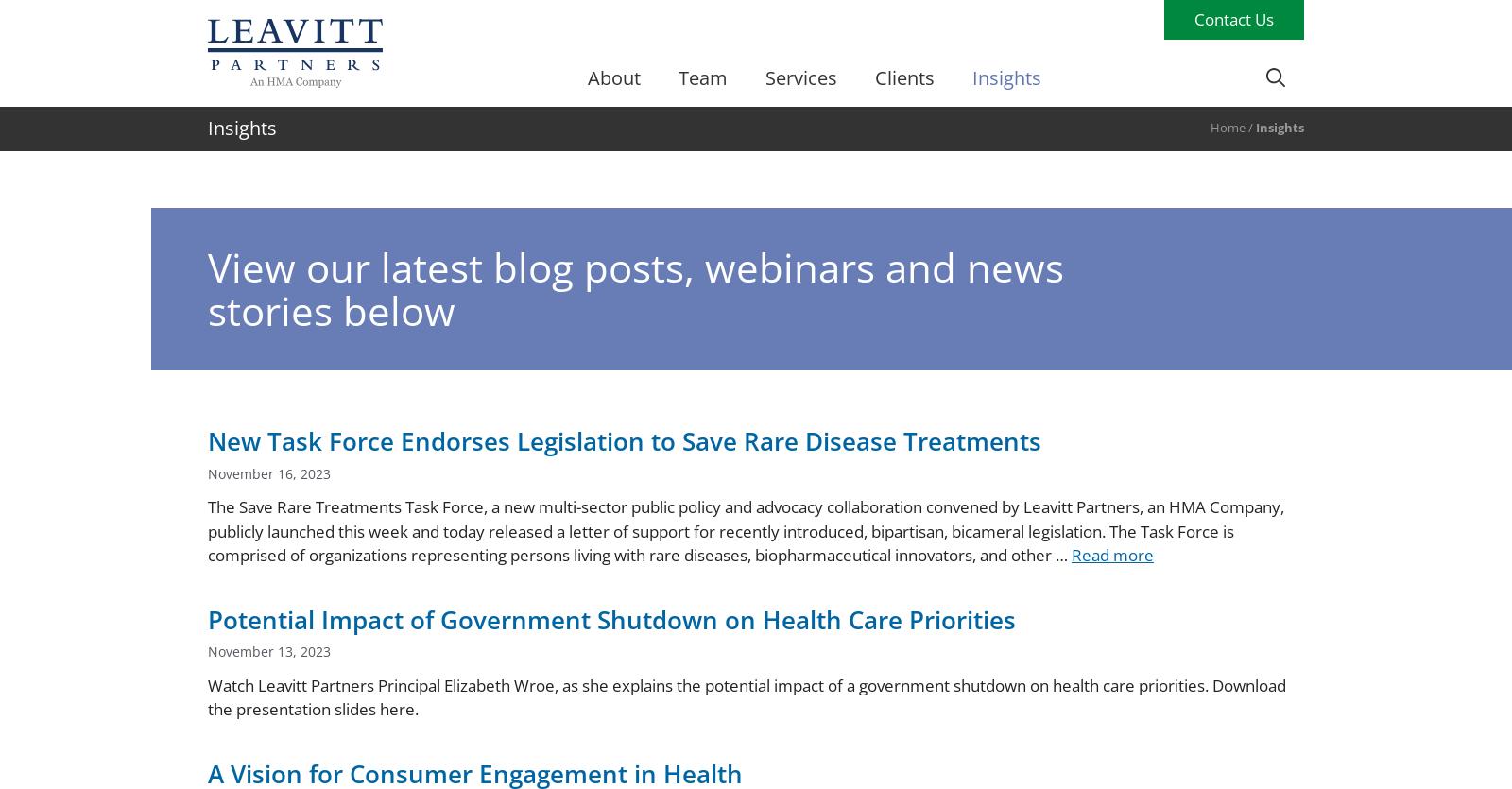 The width and height of the screenshot is (1512, 789). Describe the element at coordinates (627, 440) in the screenshot. I see `'New Task Force Endorses Legislation to Save Rare Disease Treatments'` at that location.